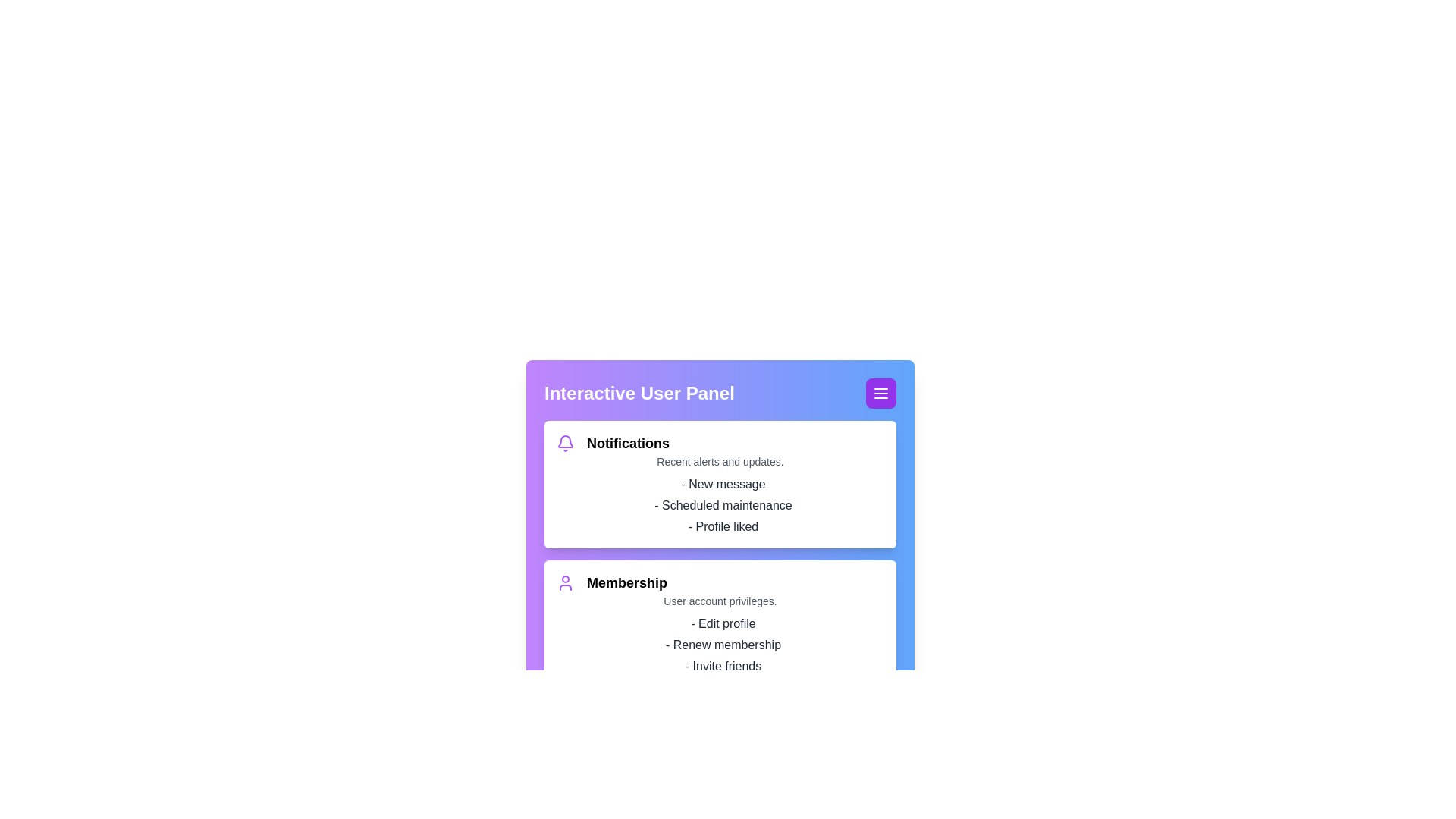 The height and width of the screenshot is (819, 1456). Describe the element at coordinates (720, 485) in the screenshot. I see `the notifications section to read its content` at that location.